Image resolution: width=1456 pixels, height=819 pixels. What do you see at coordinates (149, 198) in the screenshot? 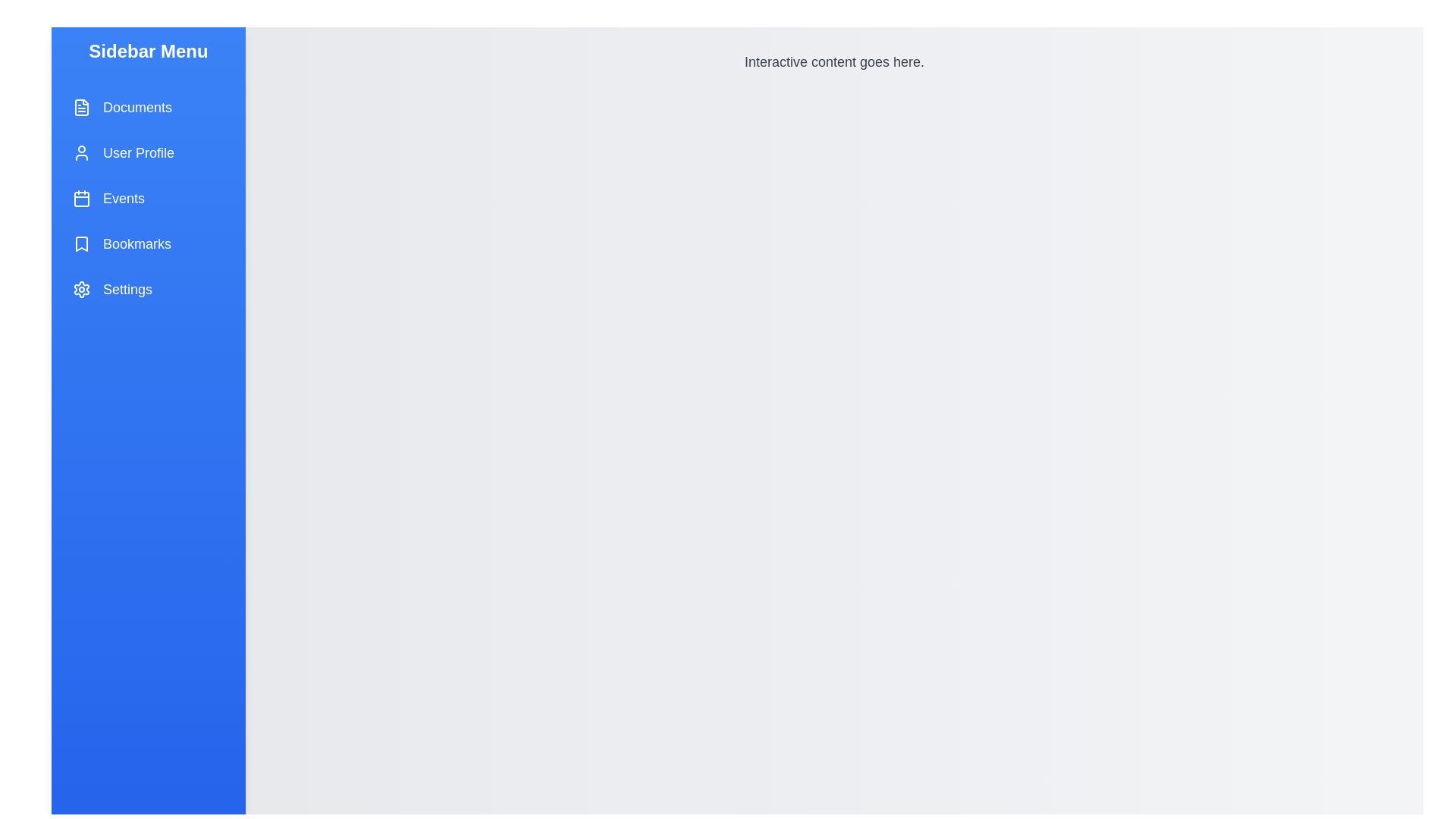
I see `the menu item labeled Events` at bounding box center [149, 198].